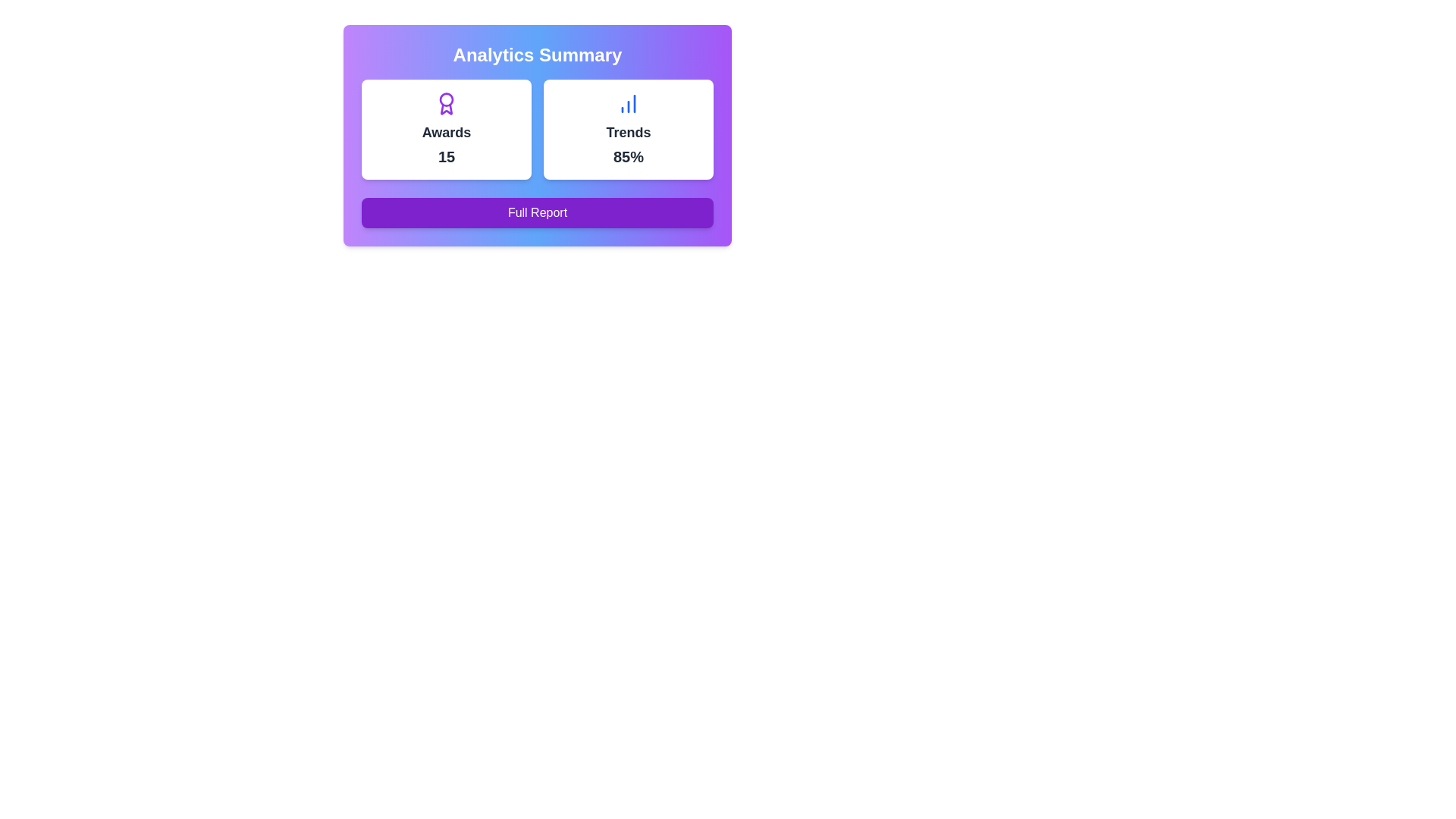 This screenshot has height=819, width=1456. I want to click on the ribbon detail of the award icon located in the 'Analytics Summary' card, which is positioned to the left of the 'Awards' label, so click(446, 108).